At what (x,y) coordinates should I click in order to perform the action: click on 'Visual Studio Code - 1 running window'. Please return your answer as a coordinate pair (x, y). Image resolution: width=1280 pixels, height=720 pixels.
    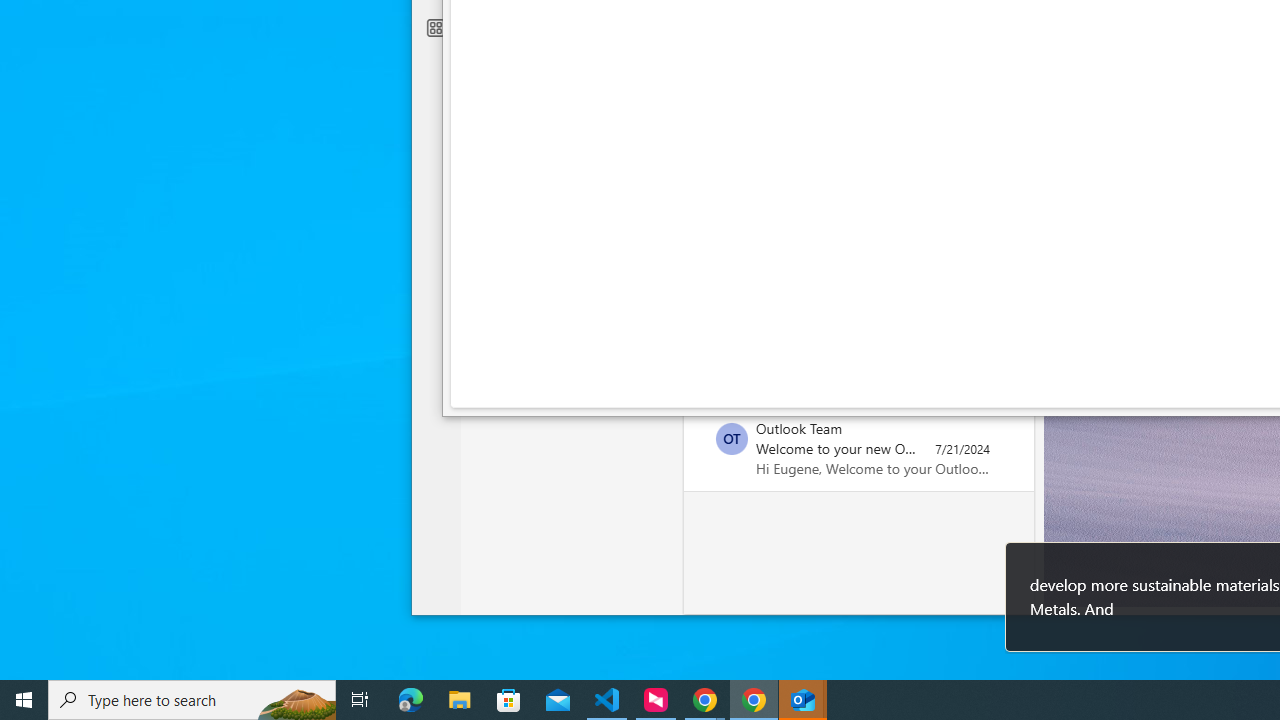
    Looking at the image, I should click on (606, 698).